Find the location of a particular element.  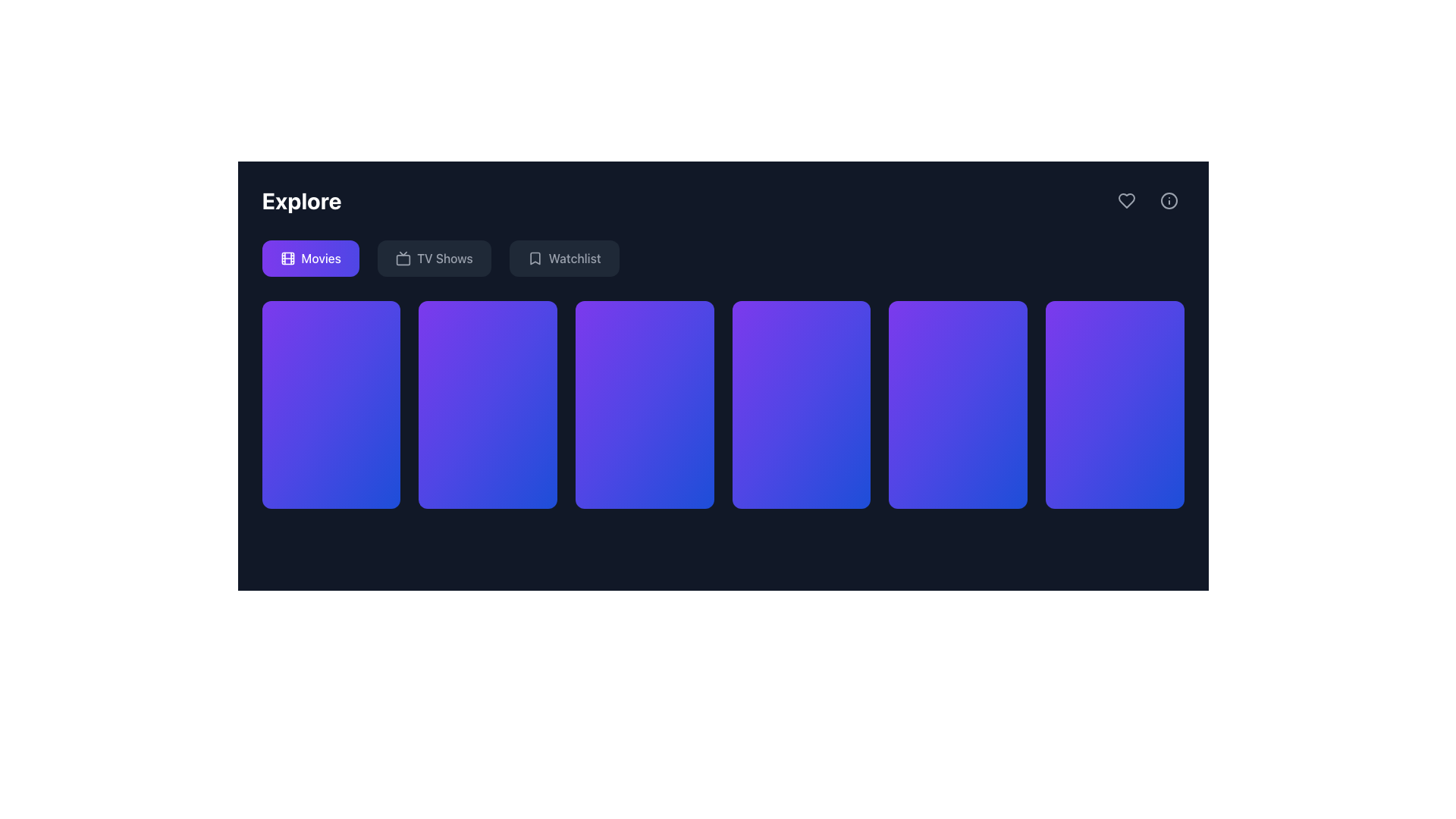

the Text label that serves as a title or header for the section, located in the upper-left section of the interface is located at coordinates (302, 200).